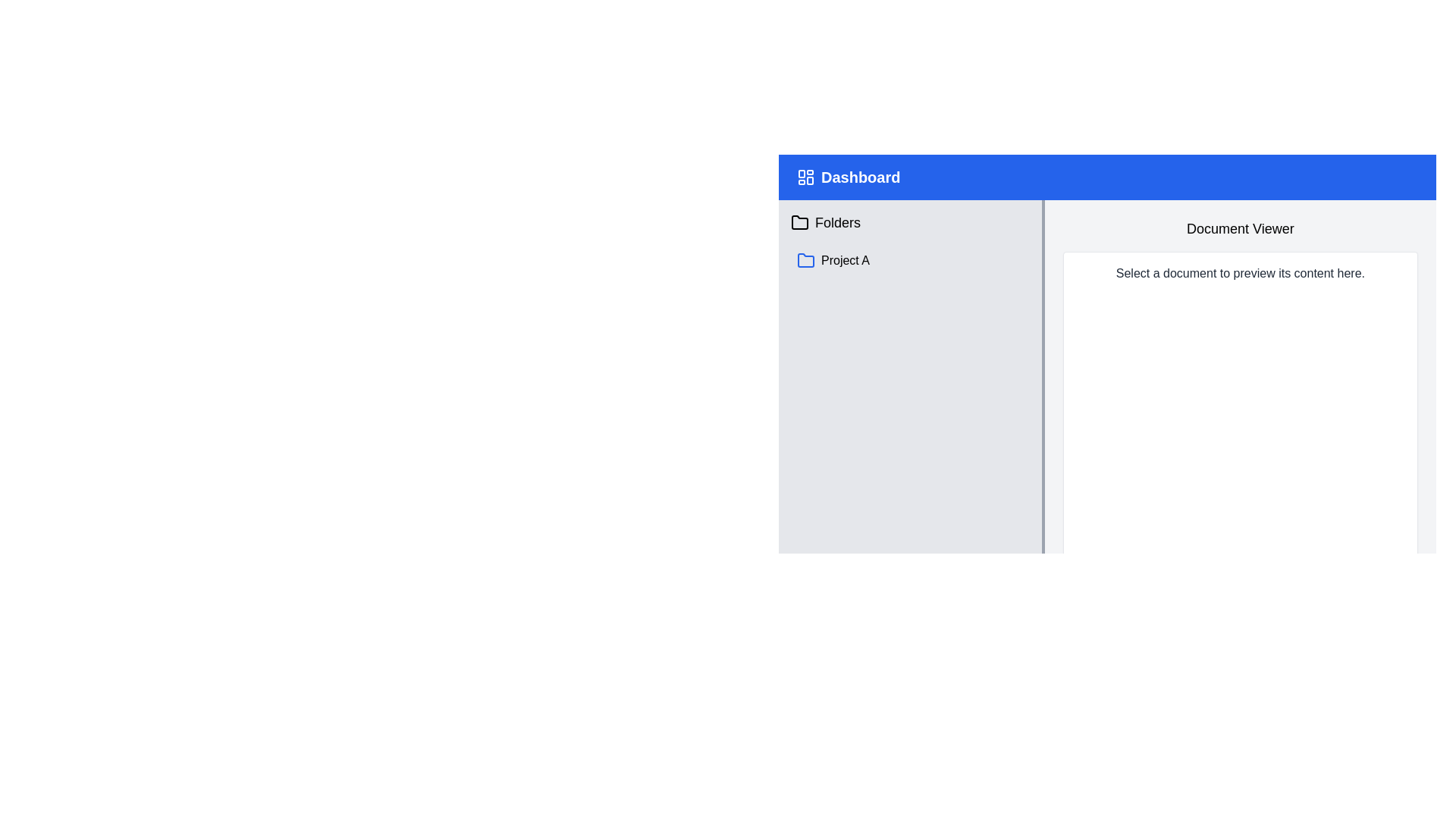 This screenshot has width=1456, height=819. What do you see at coordinates (799, 222) in the screenshot?
I see `the folder icon represented by a geometric vector design with a rounded rectangular shape and a tab at the top left, located to the left of the 'Folders' label` at bounding box center [799, 222].